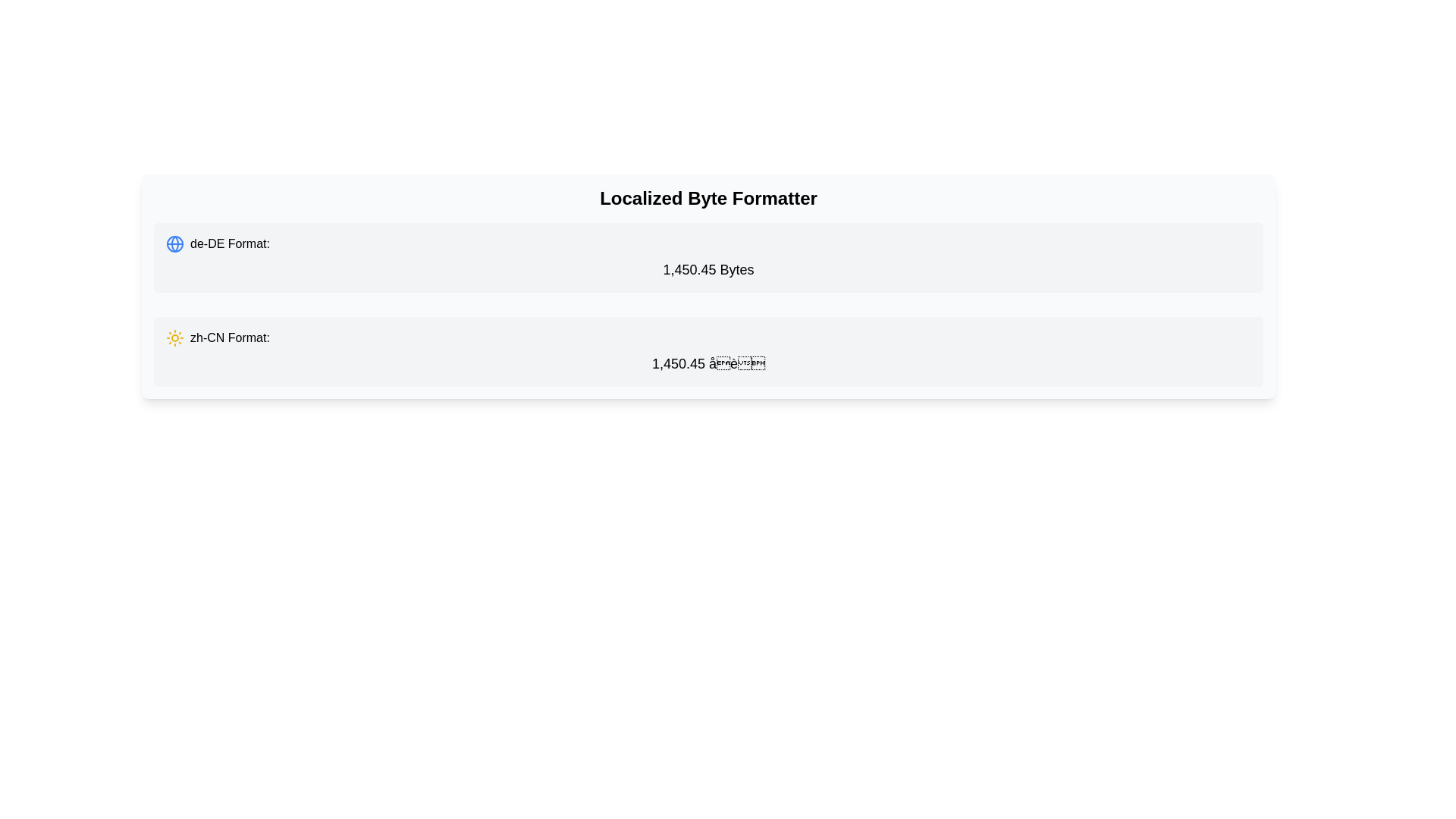 This screenshot has width=1456, height=819. Describe the element at coordinates (174, 243) in the screenshot. I see `the meridian line element of the blue globe icon, which is a part of the stylized SVG graphic` at that location.